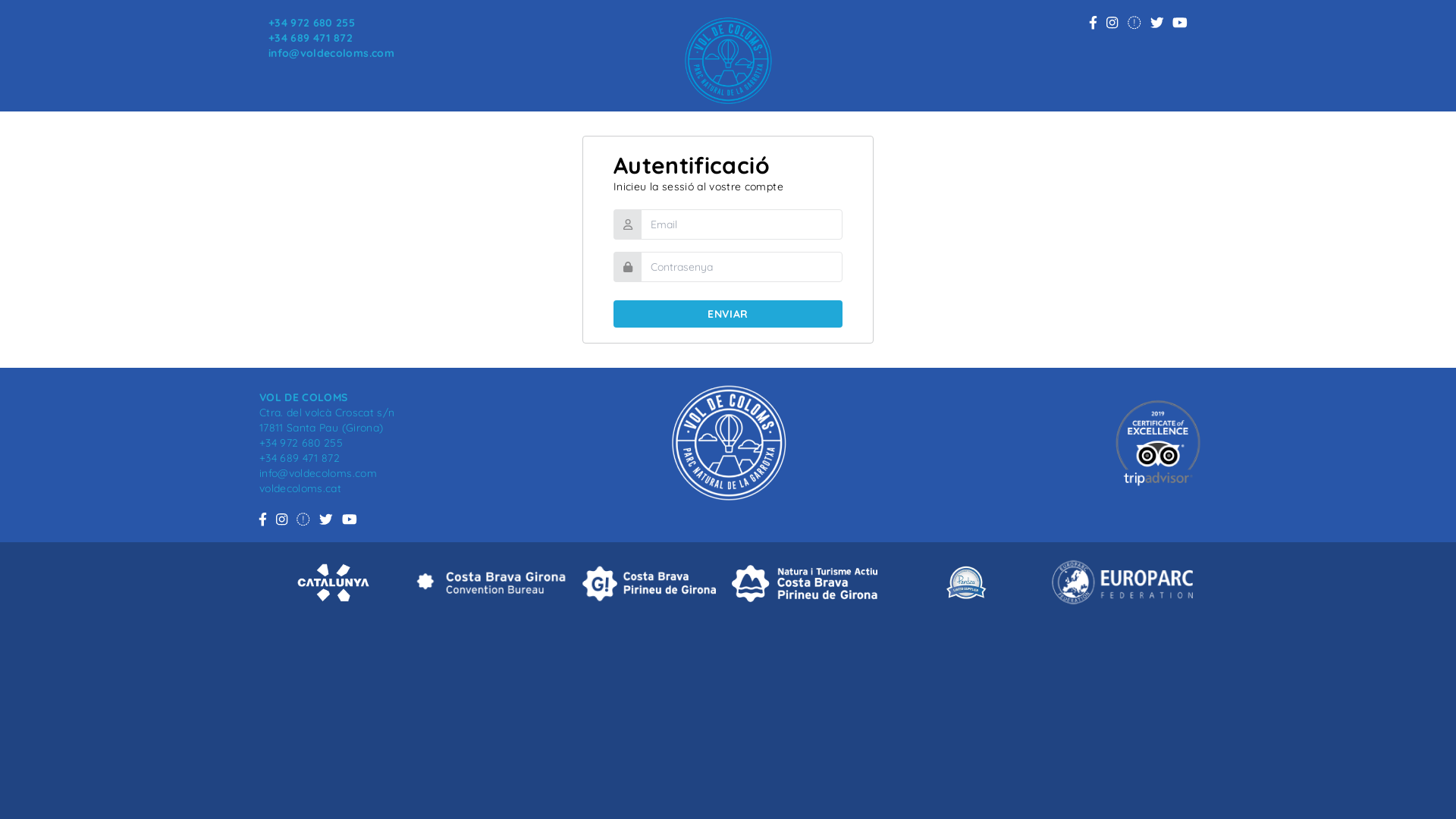  What do you see at coordinates (300, 488) in the screenshot?
I see `'voldecoloms.cat'` at bounding box center [300, 488].